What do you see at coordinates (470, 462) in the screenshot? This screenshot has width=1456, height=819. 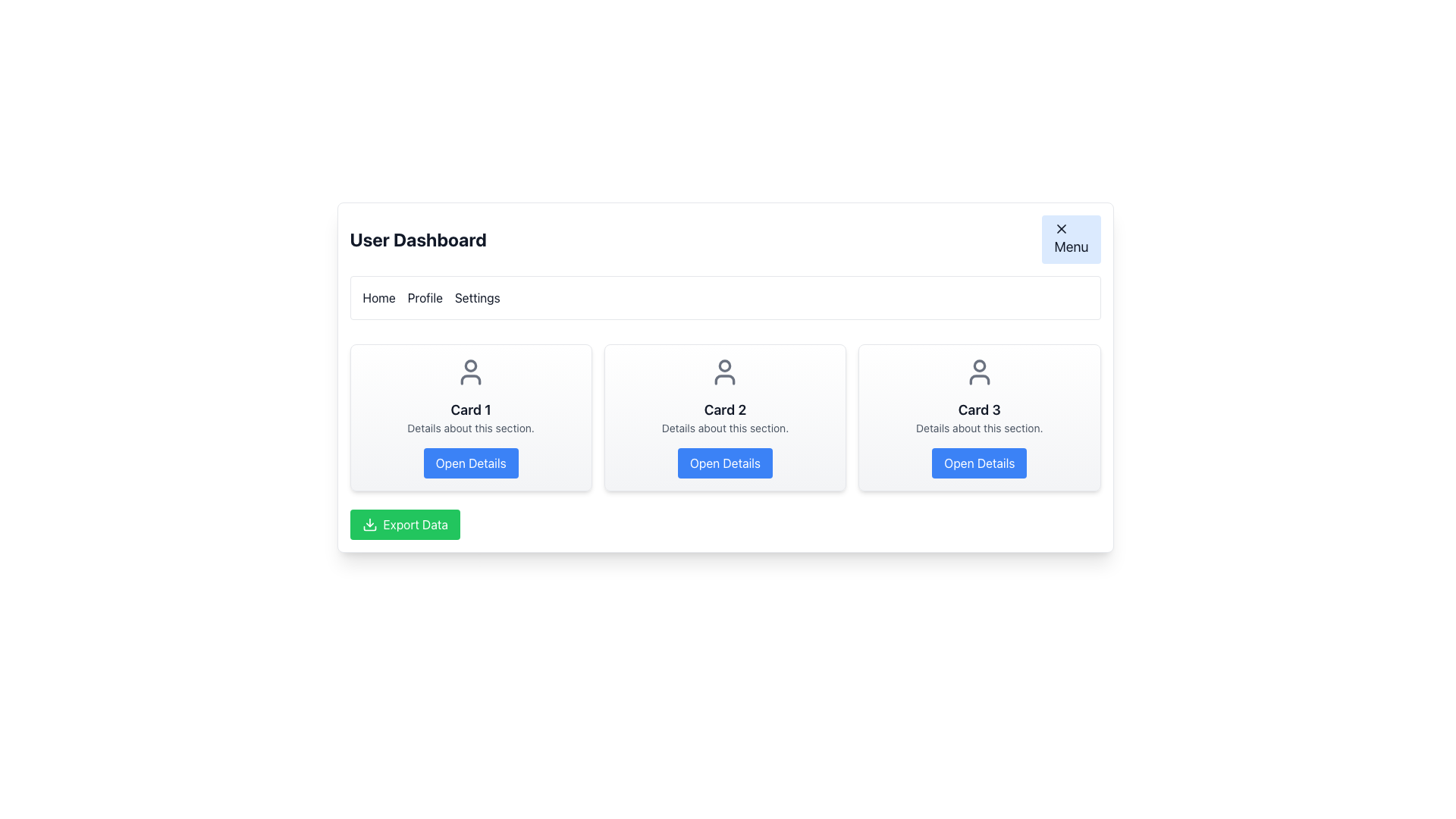 I see `the button located at the bottom center of the first card` at bounding box center [470, 462].